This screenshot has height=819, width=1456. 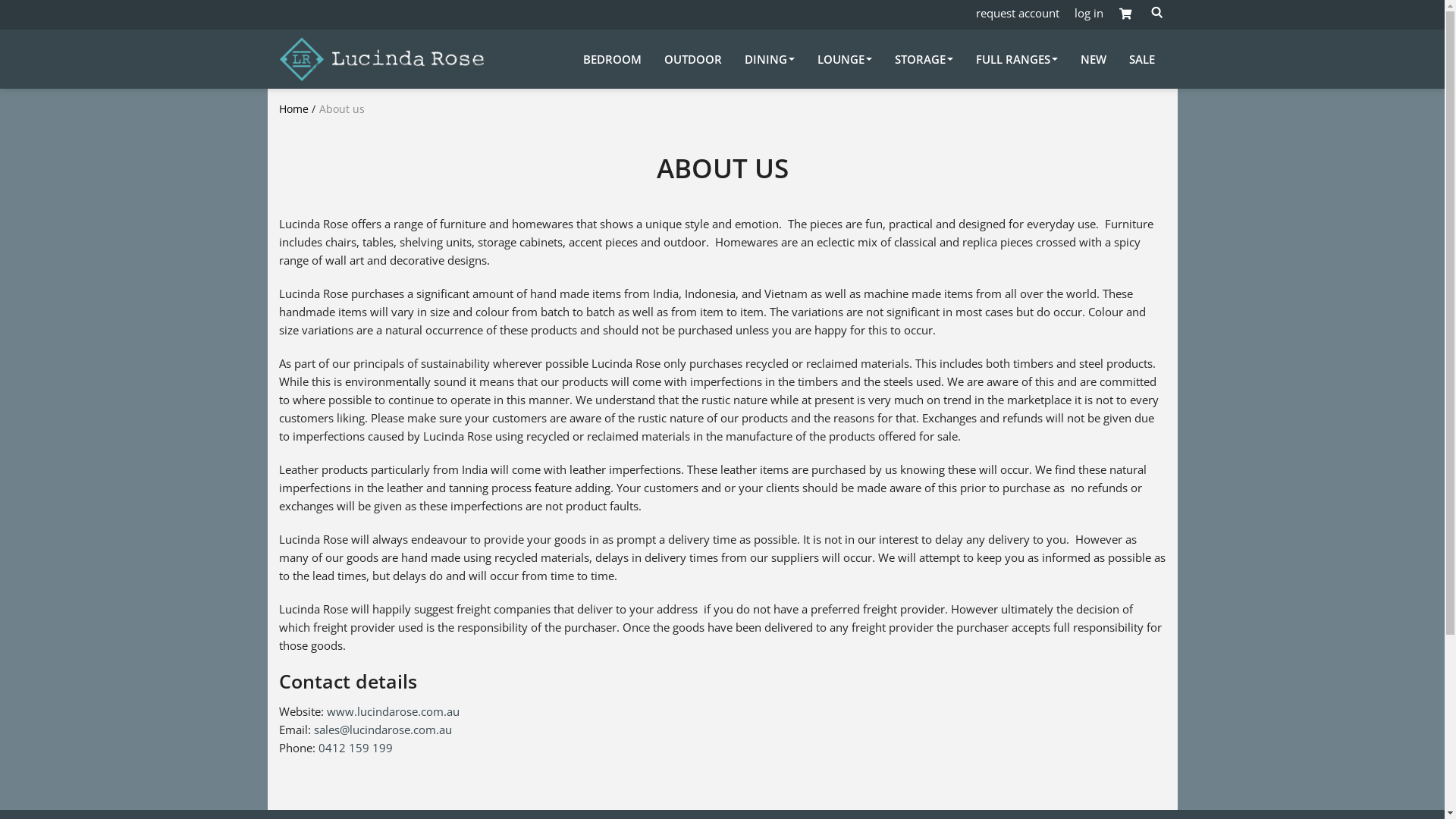 I want to click on 'SALE', so click(x=1141, y=58).